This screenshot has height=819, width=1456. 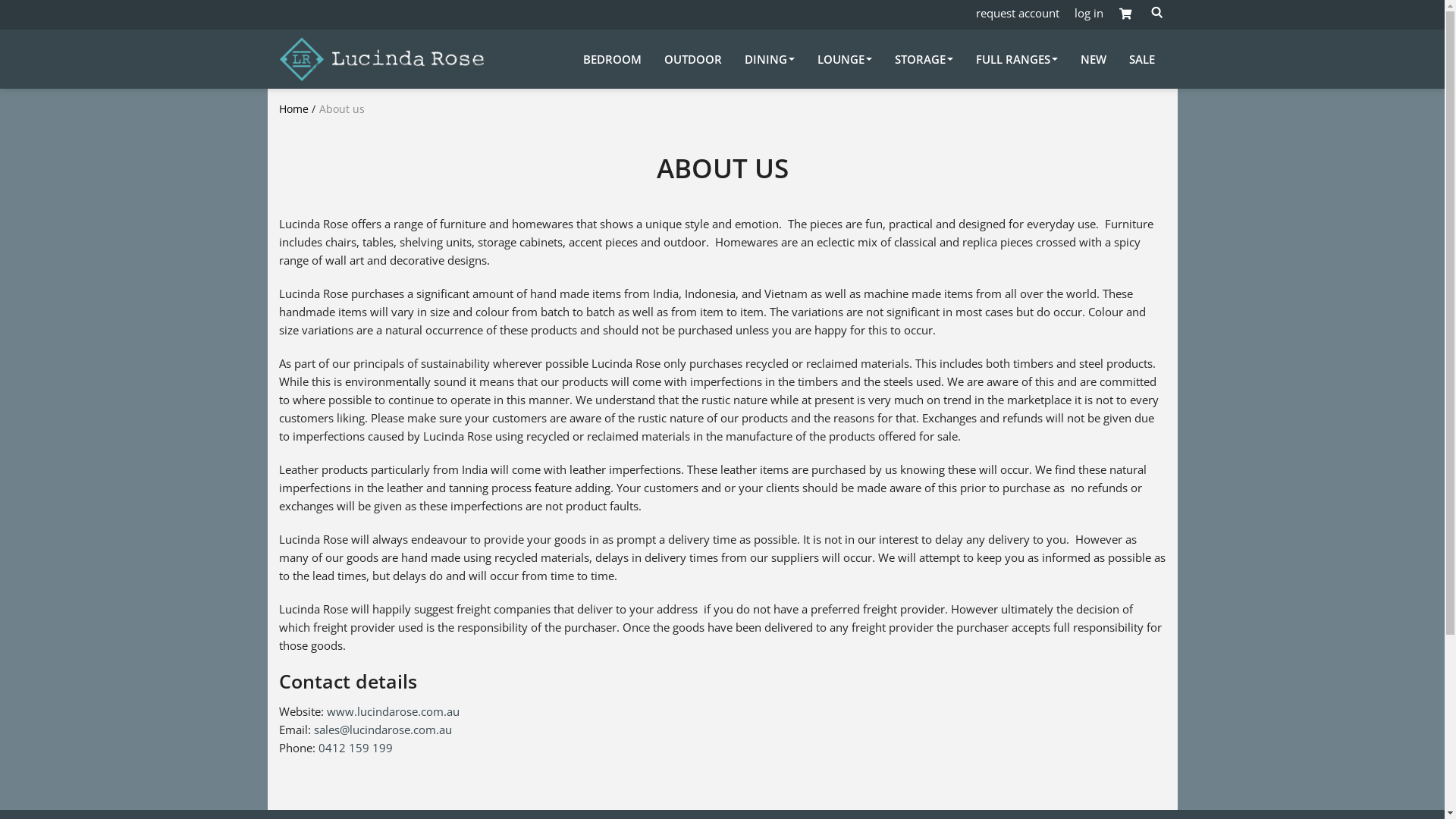 I want to click on 'SALE', so click(x=1141, y=58).